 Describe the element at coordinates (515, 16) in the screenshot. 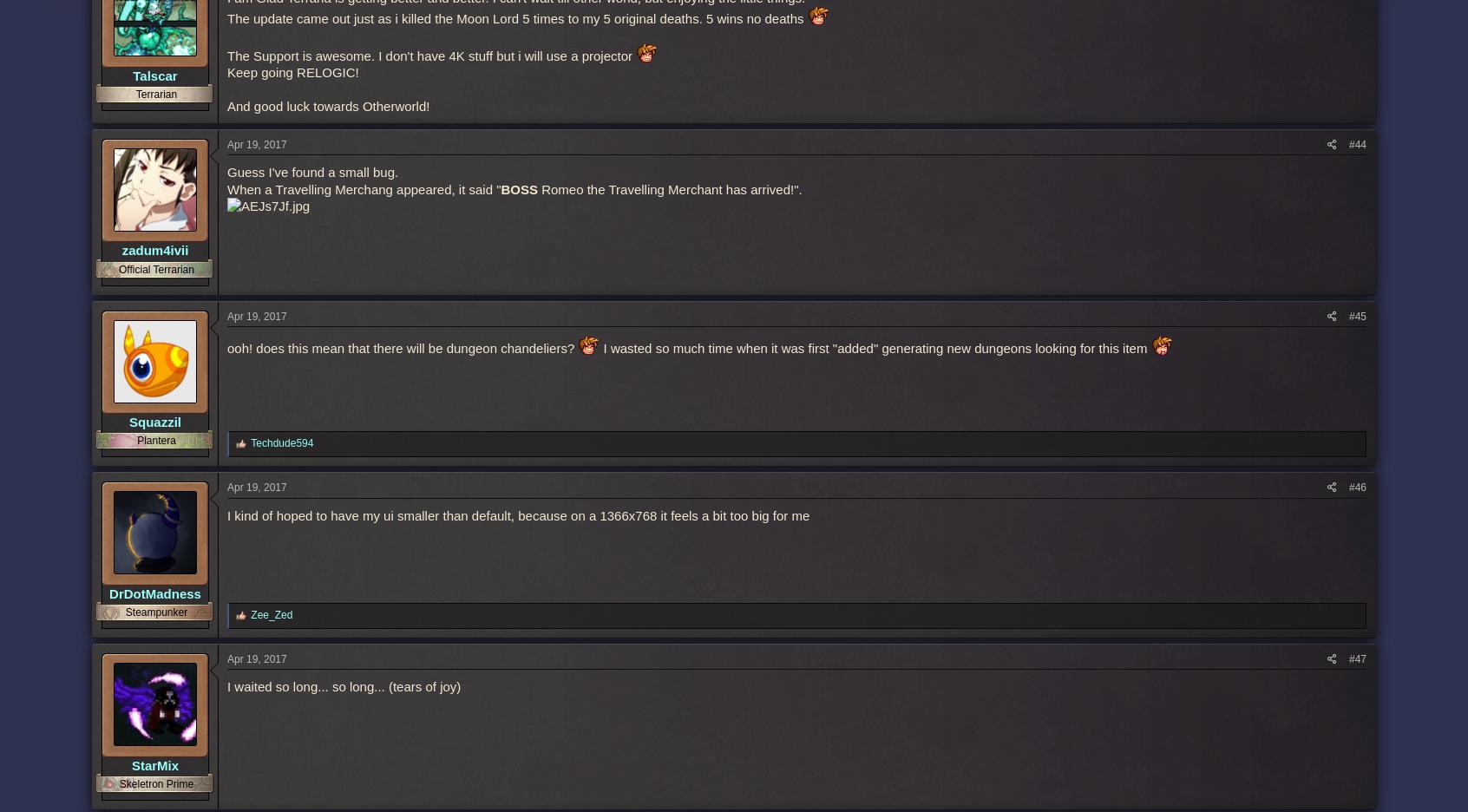

I see `'The update came out just as i killed the Moon Lord 5 times to my 5 original deaths. 5 wins no deaths'` at that location.